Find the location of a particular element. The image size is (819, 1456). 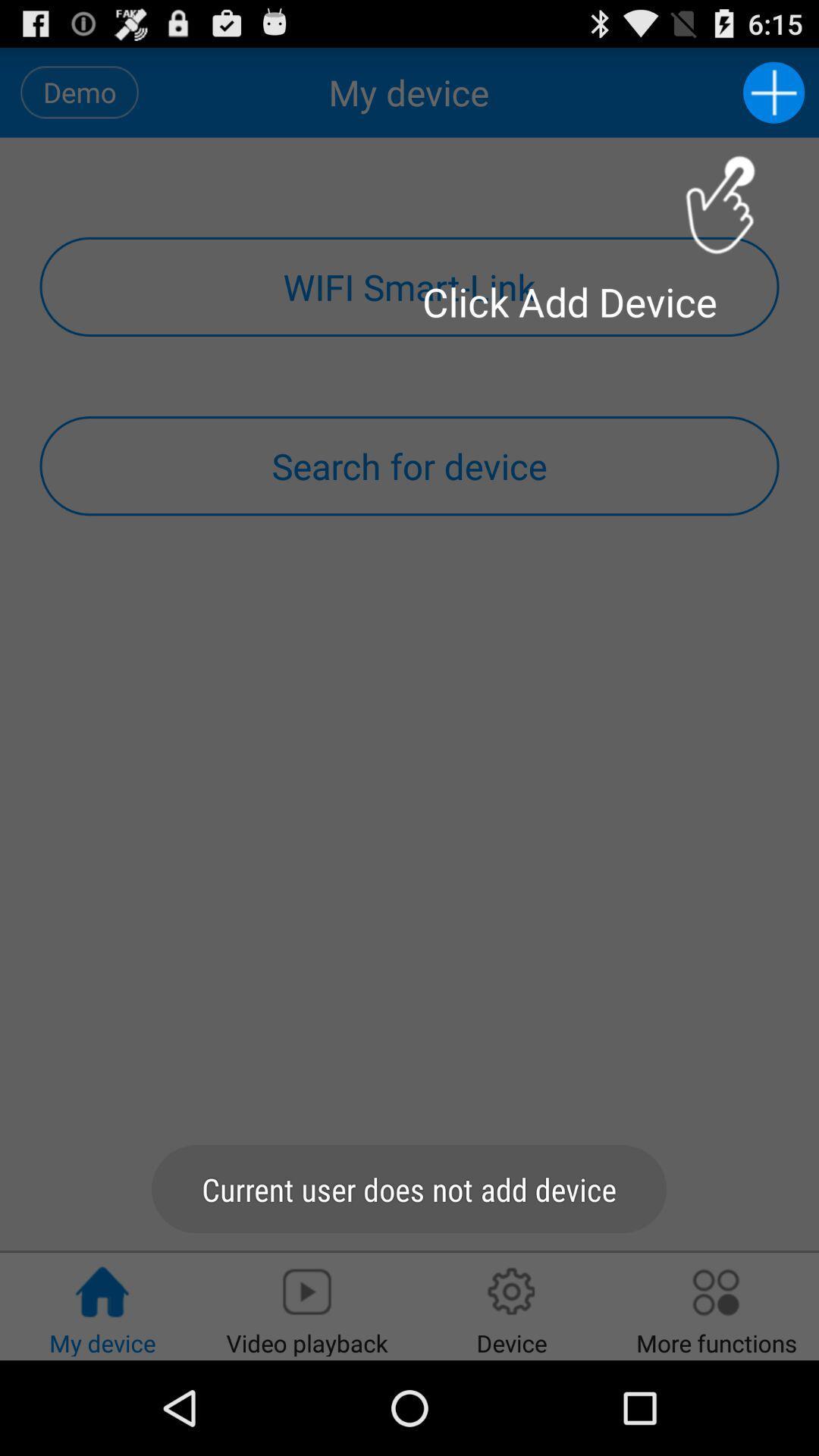

search for device is located at coordinates (409, 465).